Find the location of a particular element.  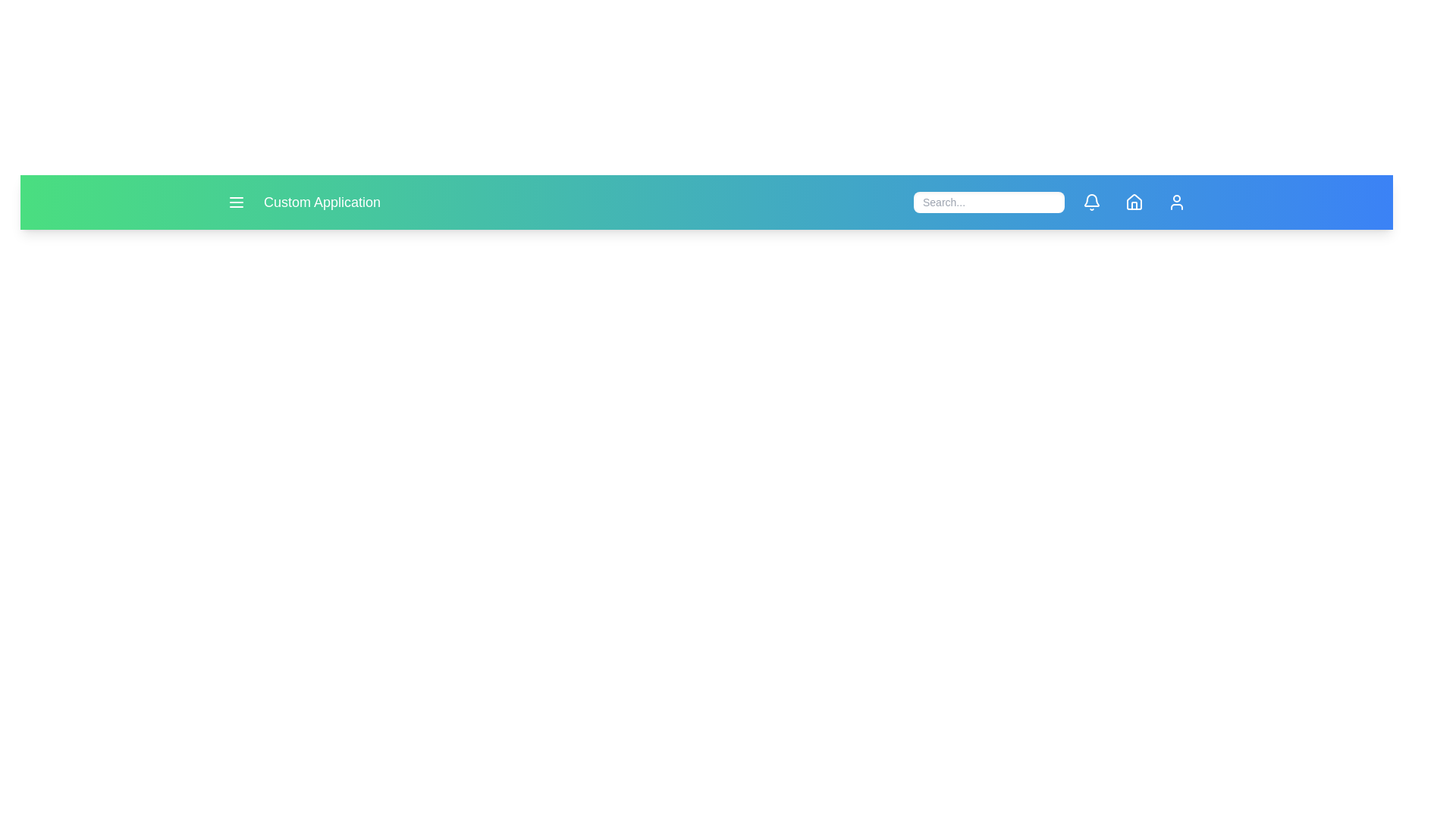

the home icon to navigate to the home page is located at coordinates (1134, 201).